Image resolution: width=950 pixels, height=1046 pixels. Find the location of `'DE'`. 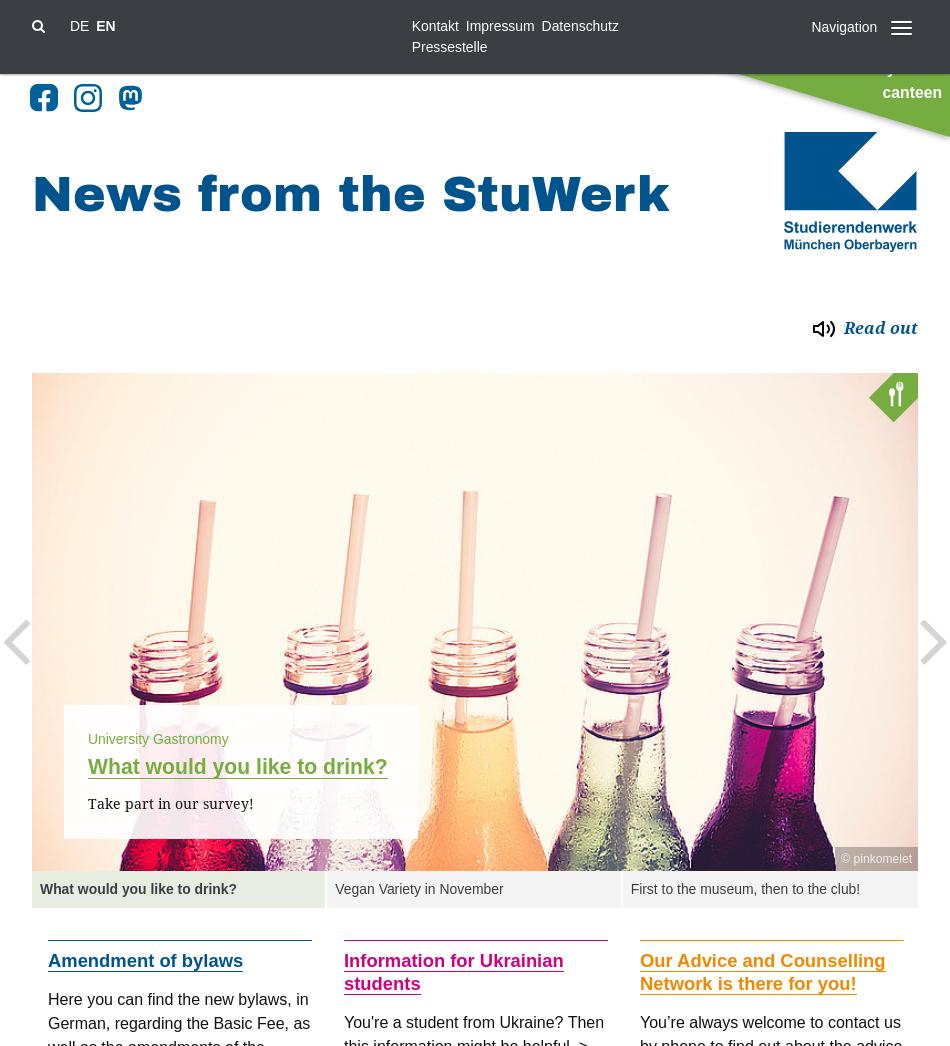

'DE' is located at coordinates (68, 25).